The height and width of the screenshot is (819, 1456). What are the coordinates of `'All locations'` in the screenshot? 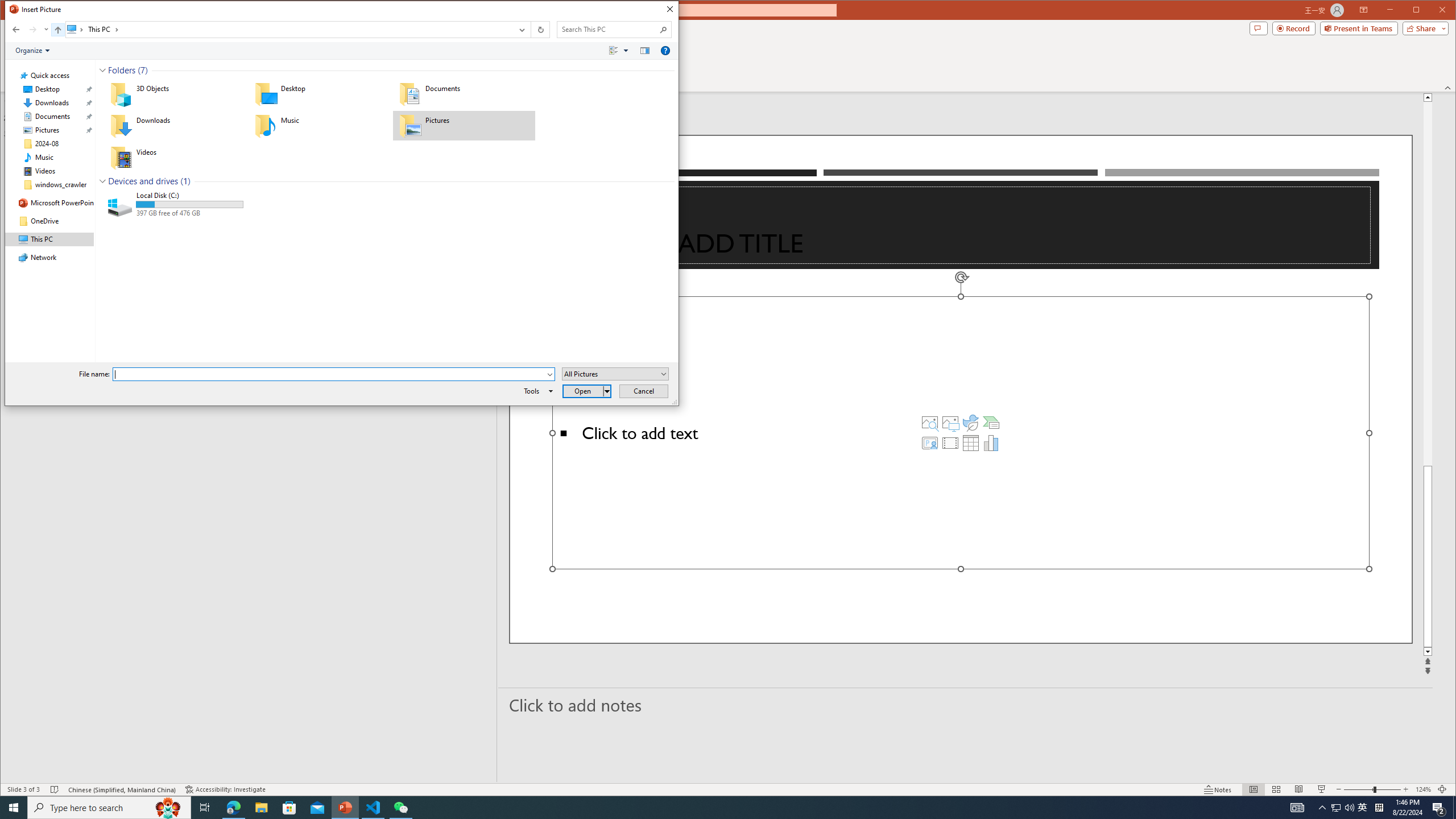 It's located at (76, 28).